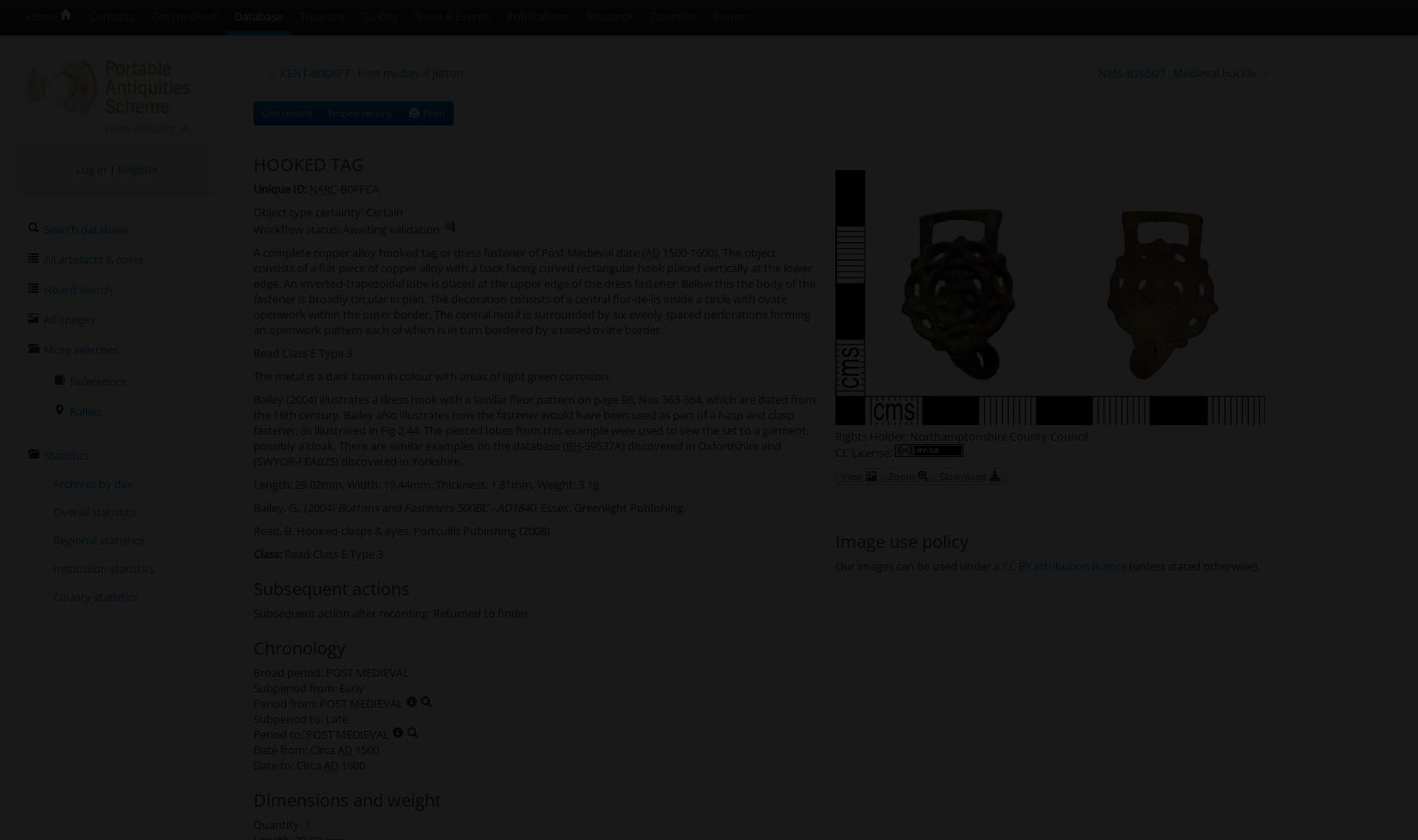  I want to click on 'Embed record', so click(327, 113).